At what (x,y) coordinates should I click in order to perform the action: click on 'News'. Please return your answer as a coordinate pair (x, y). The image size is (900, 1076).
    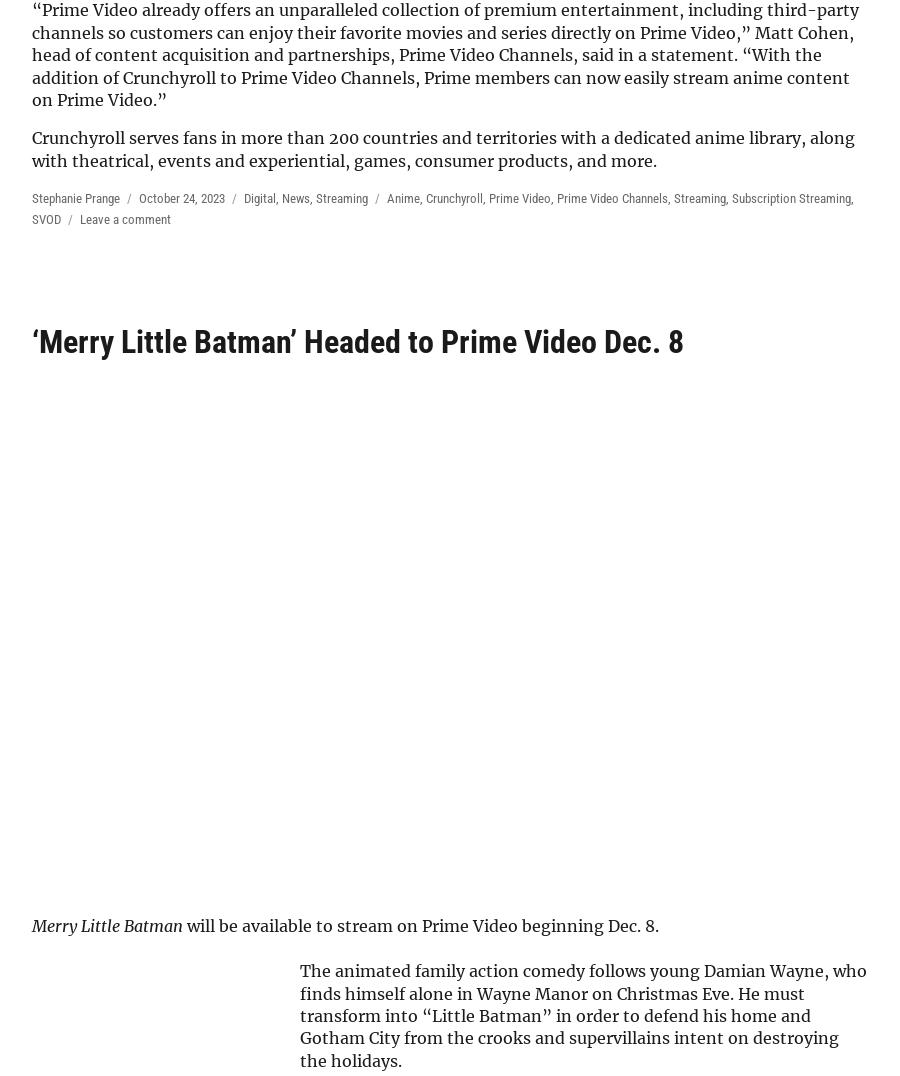
    Looking at the image, I should click on (295, 197).